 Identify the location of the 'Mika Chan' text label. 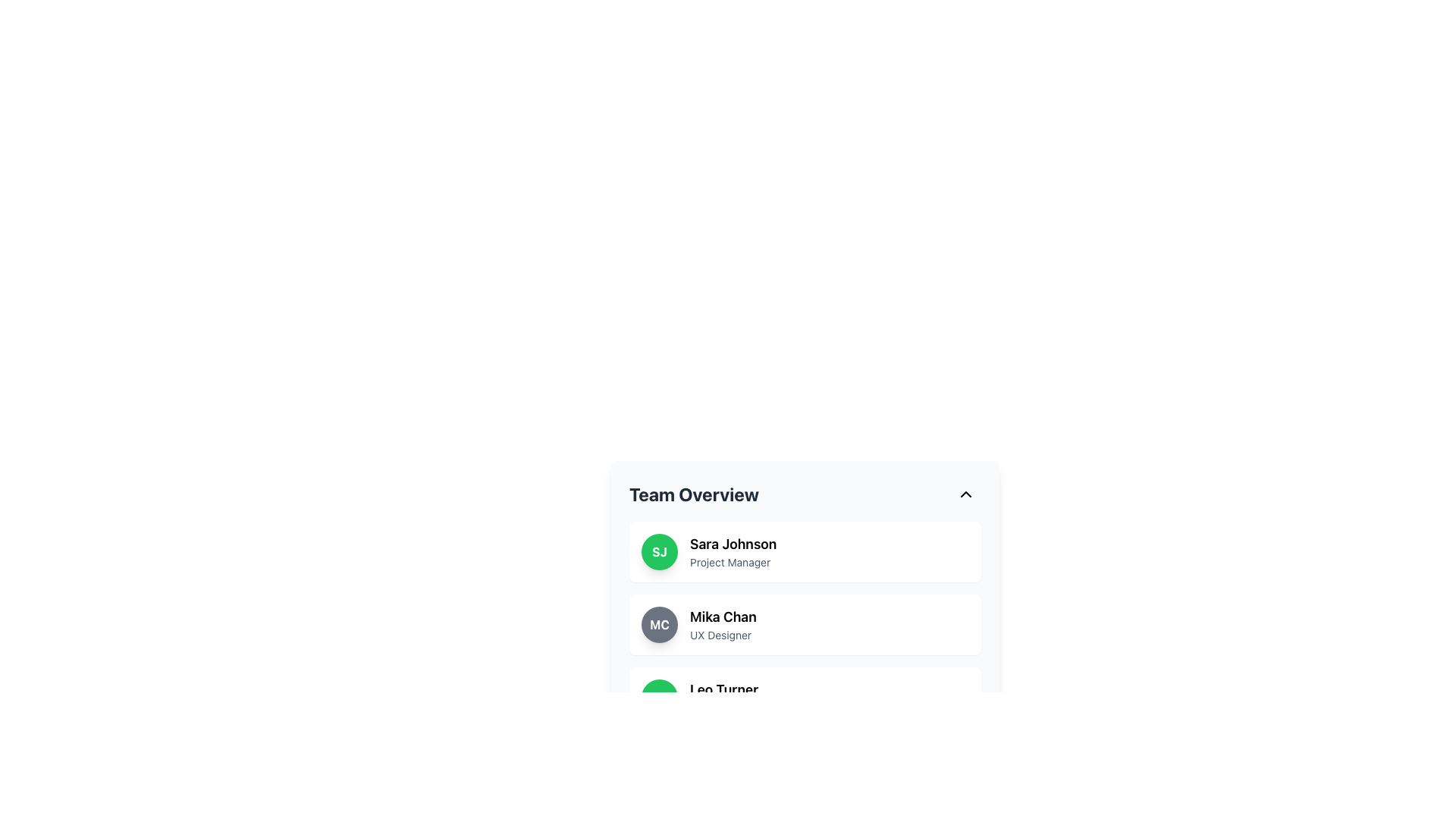
(829, 617).